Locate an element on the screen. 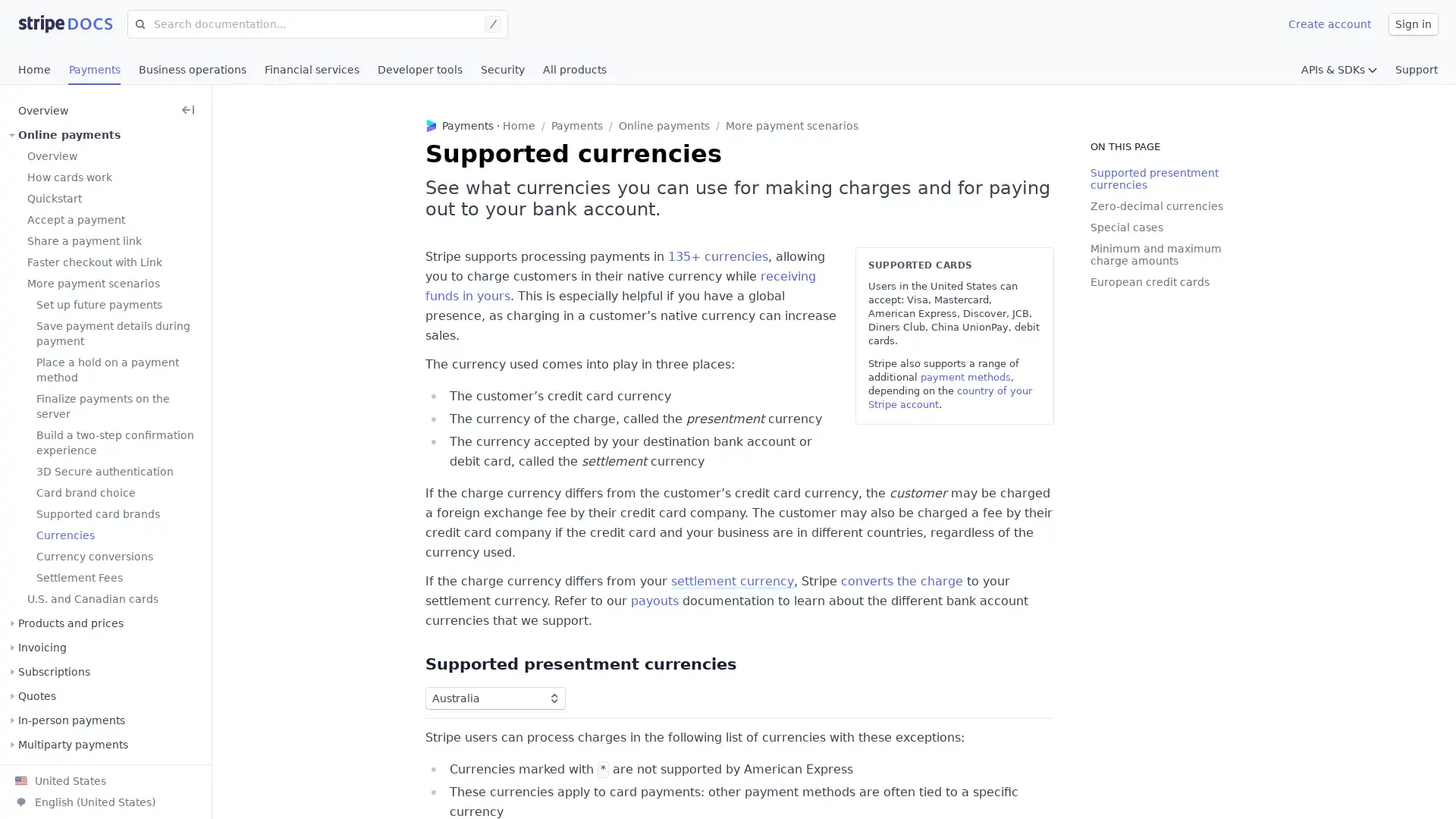 The width and height of the screenshot is (1456, 819). Online payments is located at coordinates (68, 133).